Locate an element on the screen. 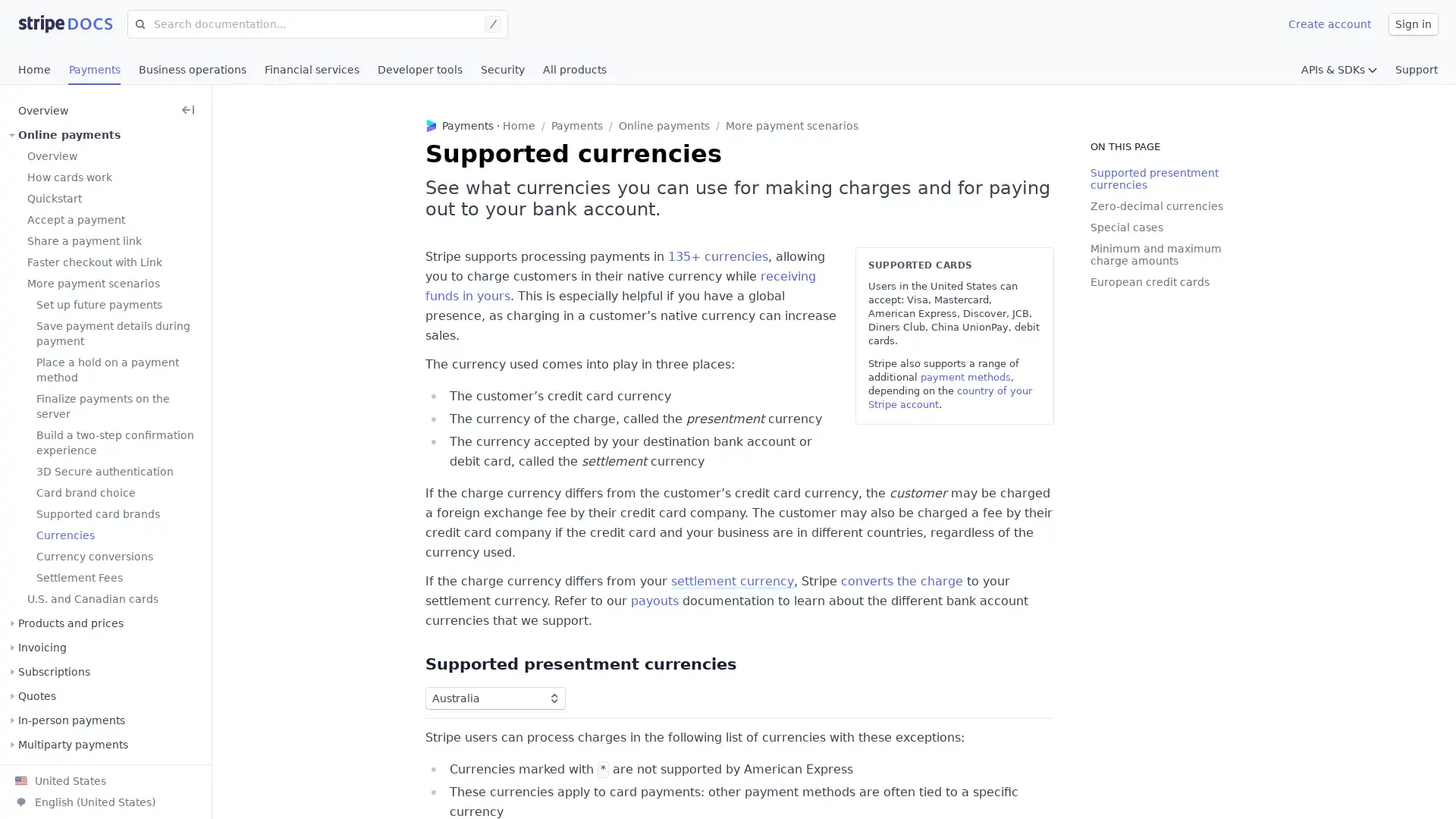 The width and height of the screenshot is (1456, 819). Online payments is located at coordinates (68, 133).